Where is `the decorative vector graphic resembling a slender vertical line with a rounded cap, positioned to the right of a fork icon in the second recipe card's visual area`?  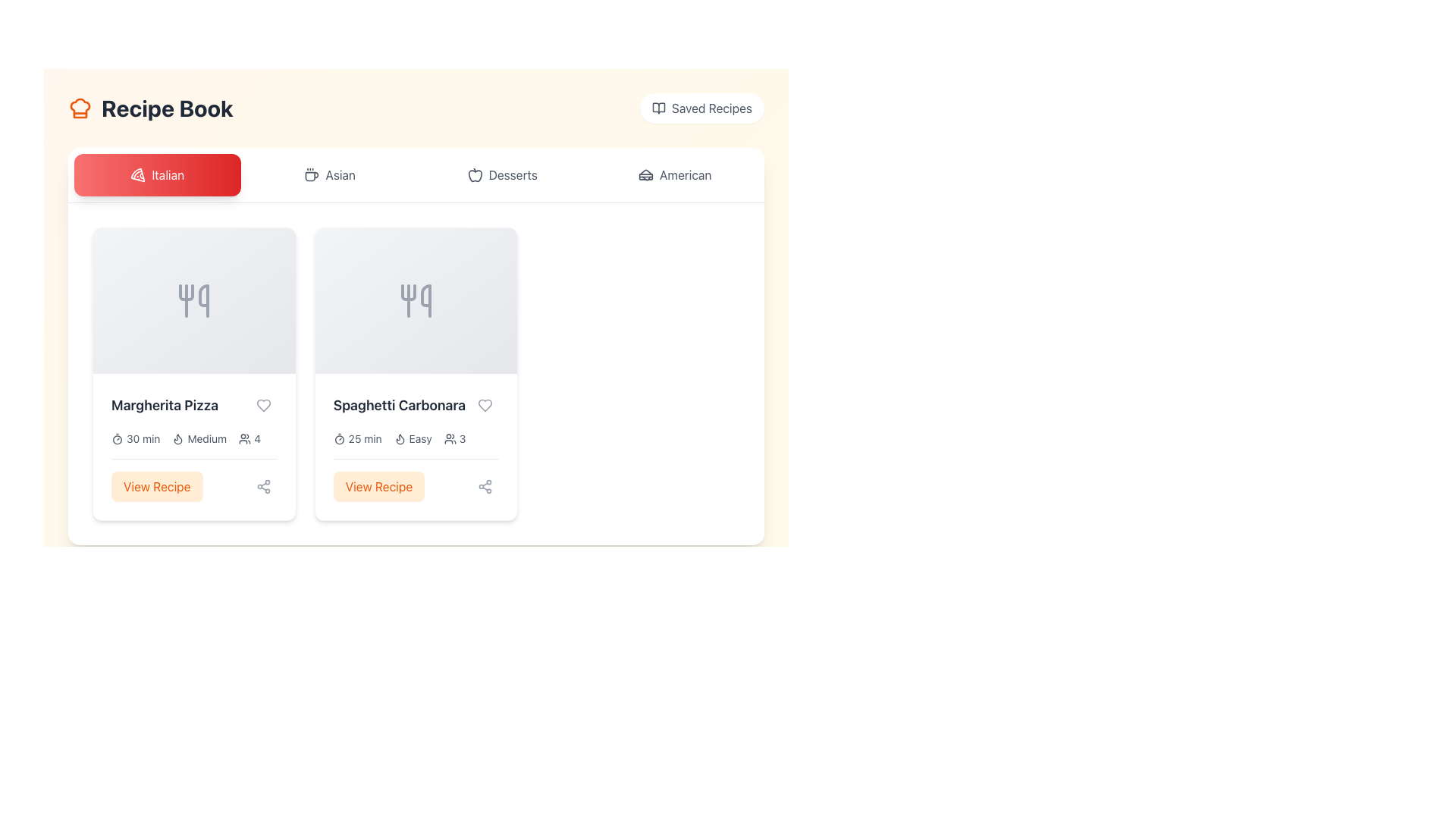 the decorative vector graphic resembling a slender vertical line with a rounded cap, positioned to the right of a fork icon in the second recipe card's visual area is located at coordinates (425, 301).